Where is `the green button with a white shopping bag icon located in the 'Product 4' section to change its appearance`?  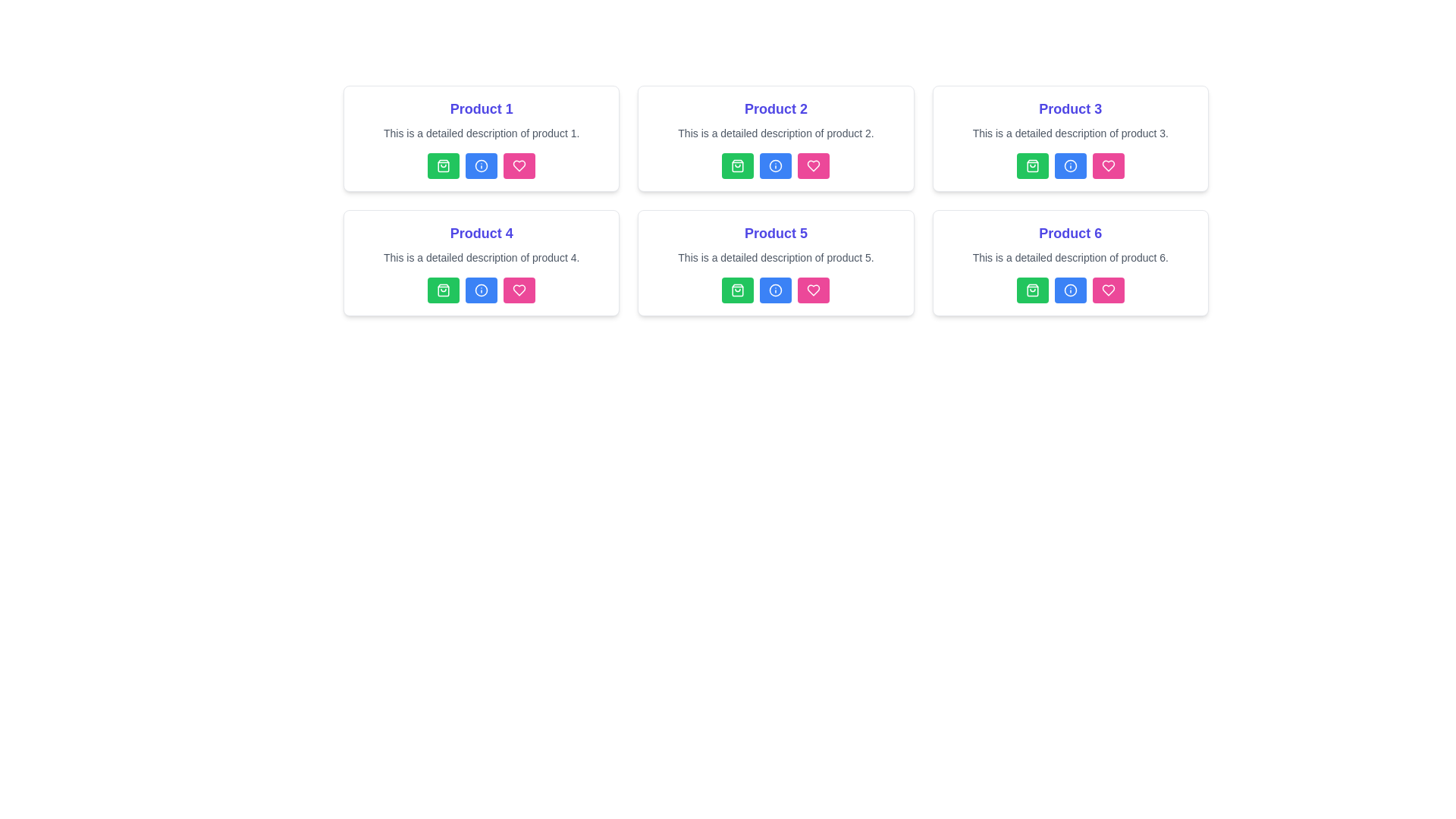
the green button with a white shopping bag icon located in the 'Product 4' section to change its appearance is located at coordinates (443, 290).